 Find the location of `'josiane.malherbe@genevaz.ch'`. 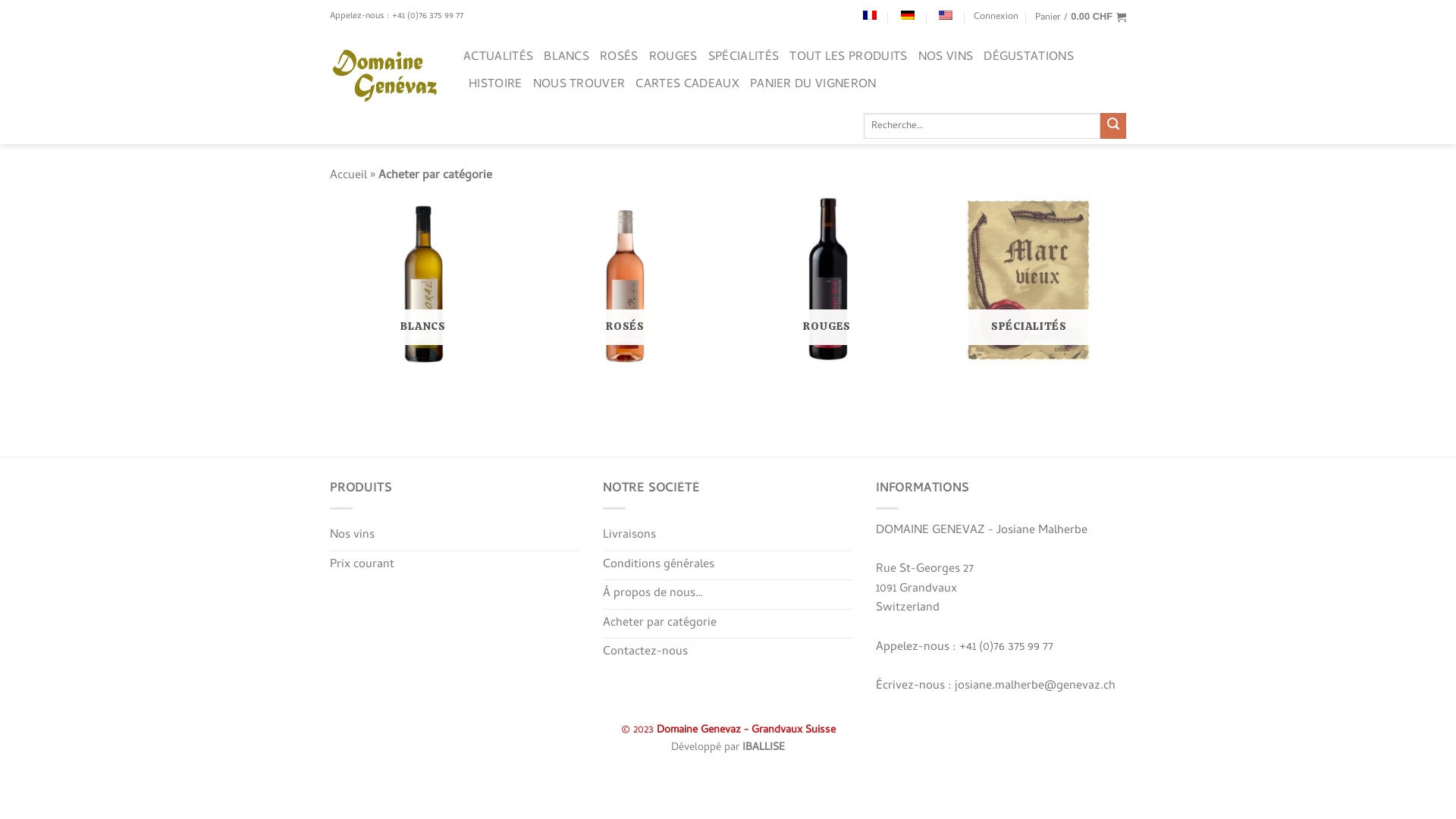

'josiane.malherbe@genevaz.ch' is located at coordinates (1034, 686).